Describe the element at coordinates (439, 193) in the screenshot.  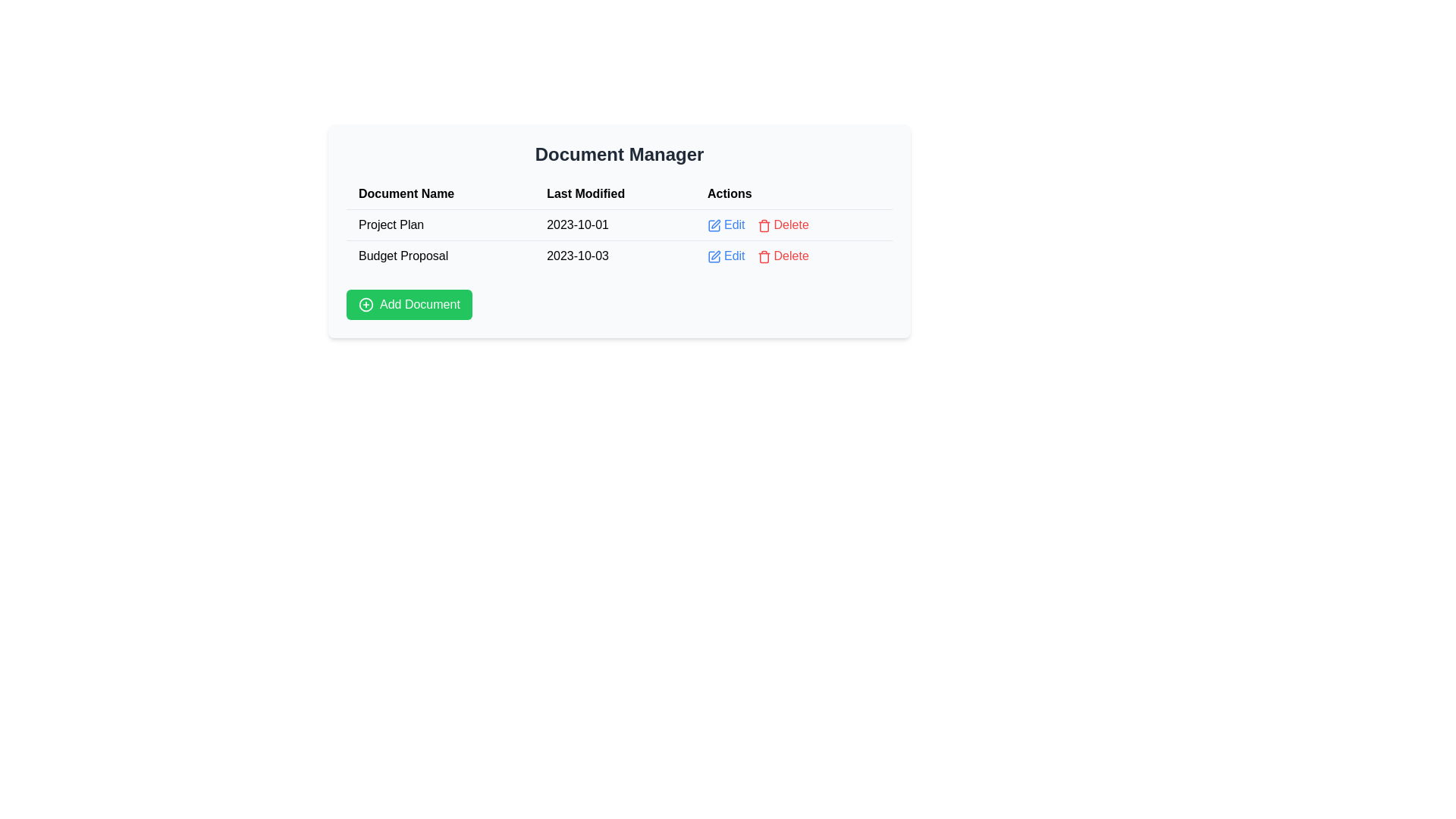
I see `the header text label for the column in the tabular interface that details document-related information, positioned to the left of 'Last Modified' and 'Actions', directly under 'Document Manager'` at that location.